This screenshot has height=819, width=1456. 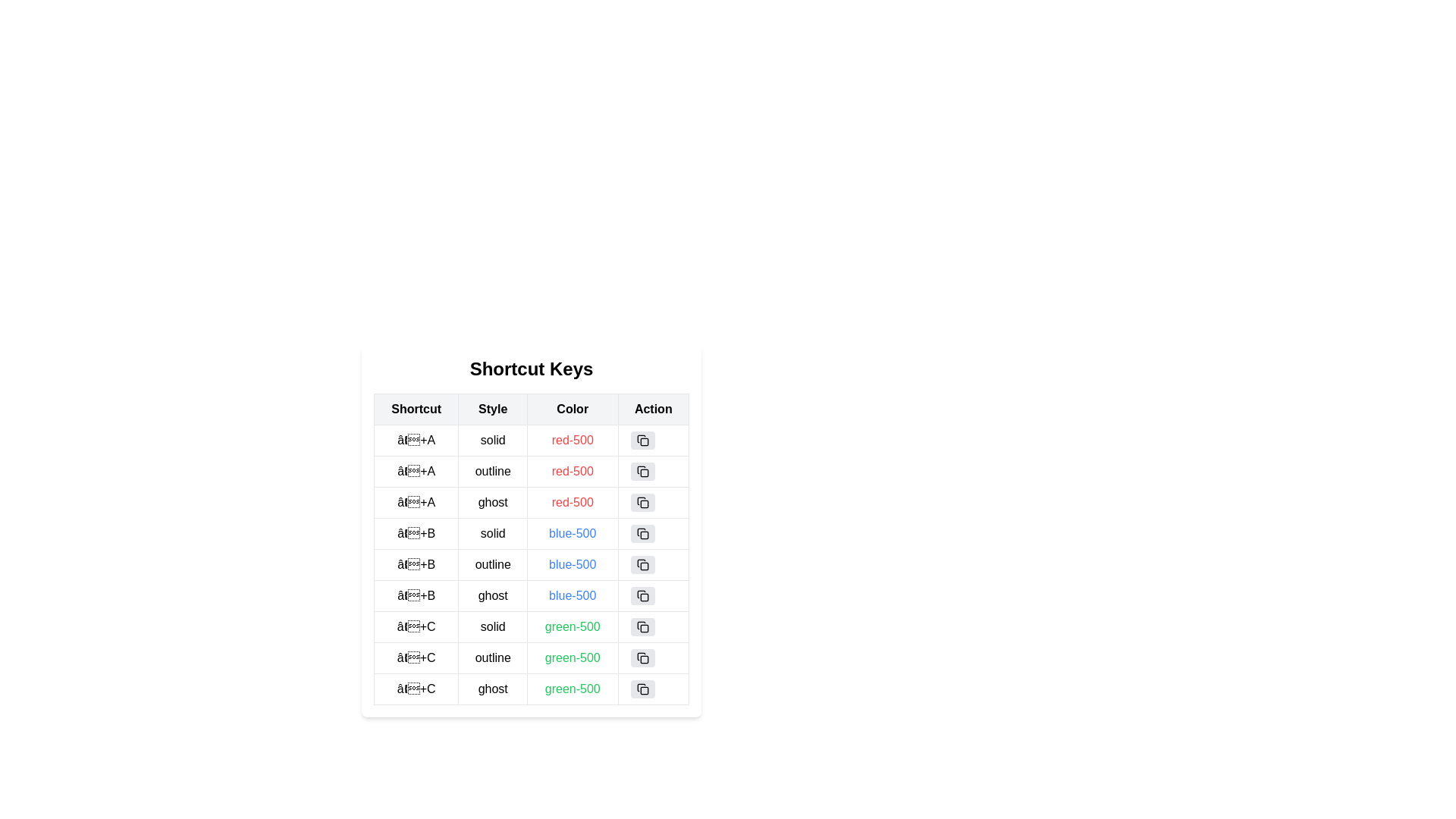 What do you see at coordinates (572, 595) in the screenshot?
I see `the blue text label displaying 'blue-500' in the 'Color' column of the table corresponding to the 'ghost' style` at bounding box center [572, 595].